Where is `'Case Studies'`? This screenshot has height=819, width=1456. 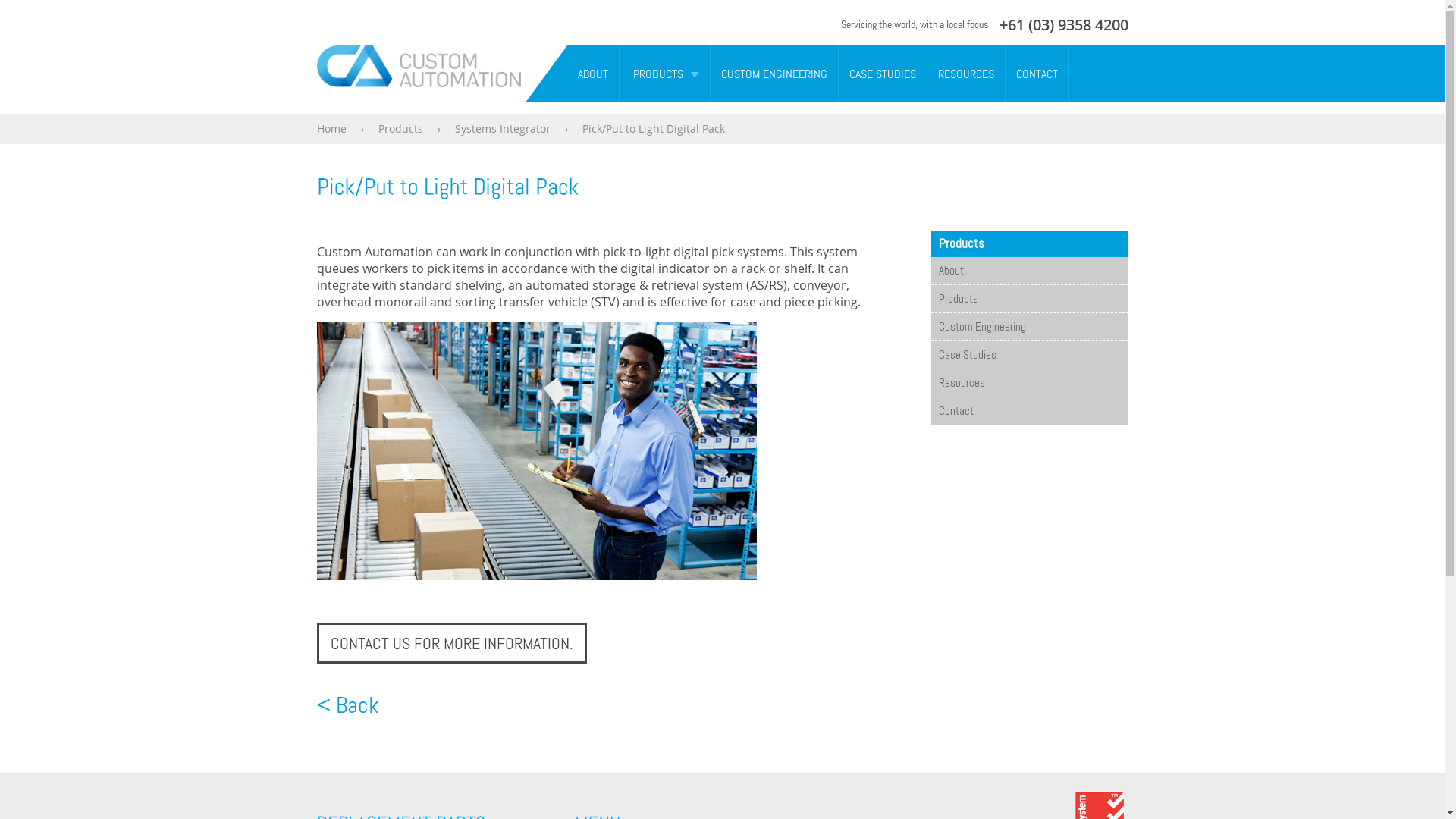 'Case Studies' is located at coordinates (1029, 354).